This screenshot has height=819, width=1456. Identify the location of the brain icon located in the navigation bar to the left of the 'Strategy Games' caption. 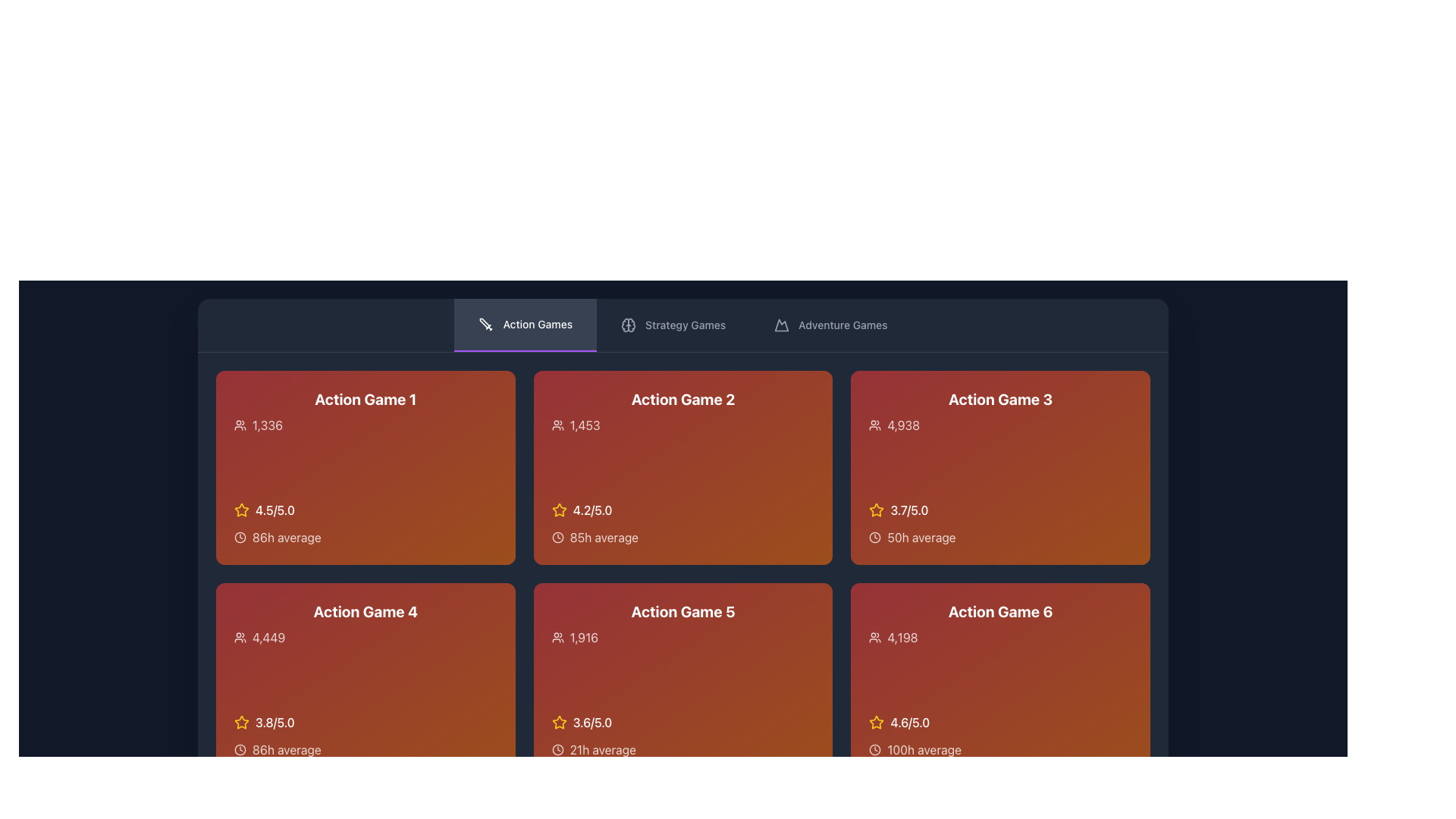
(629, 324).